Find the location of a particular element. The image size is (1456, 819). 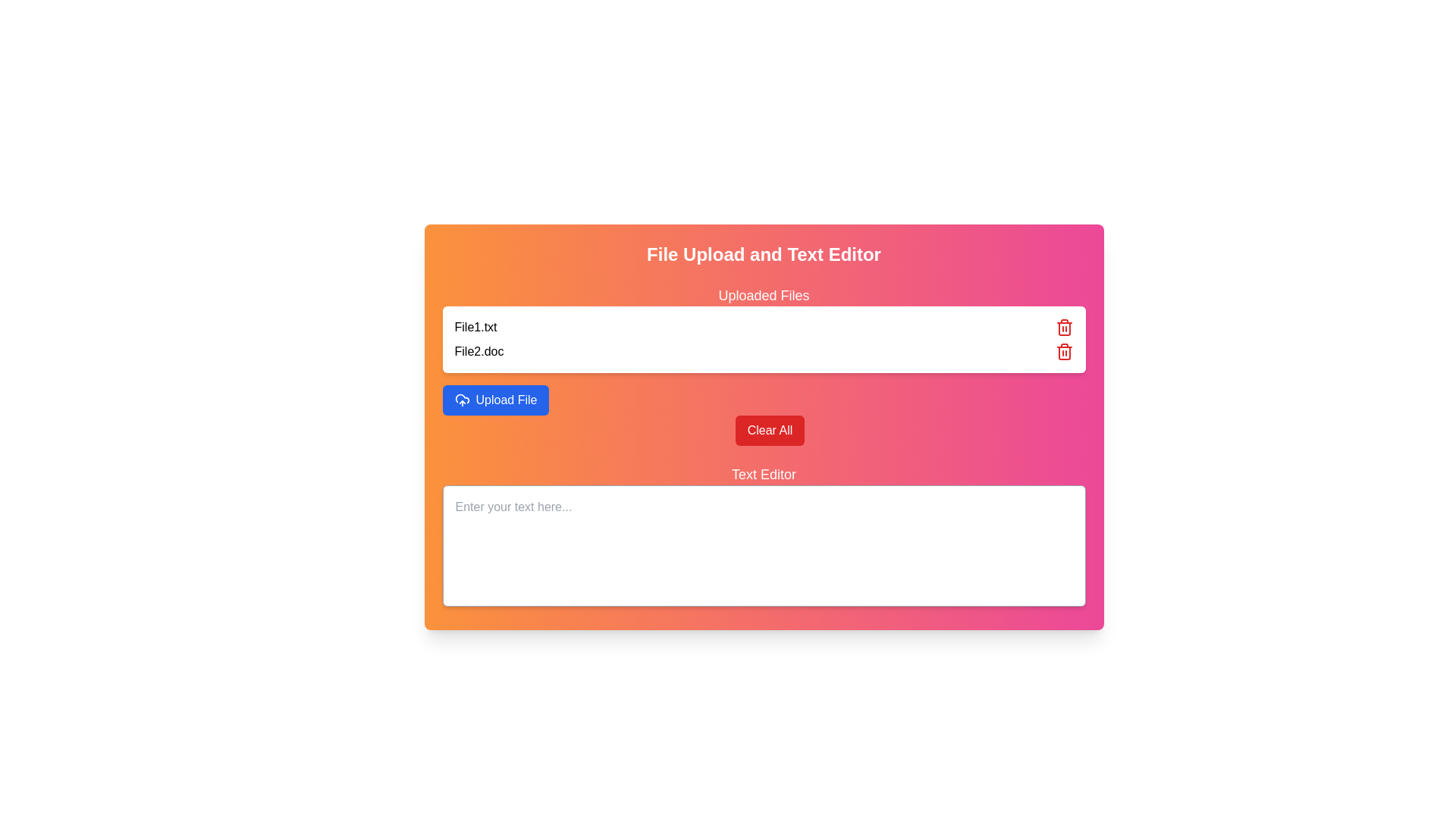

the red trash bin icon located to the right of the file name 'File2.doc' is located at coordinates (1063, 351).